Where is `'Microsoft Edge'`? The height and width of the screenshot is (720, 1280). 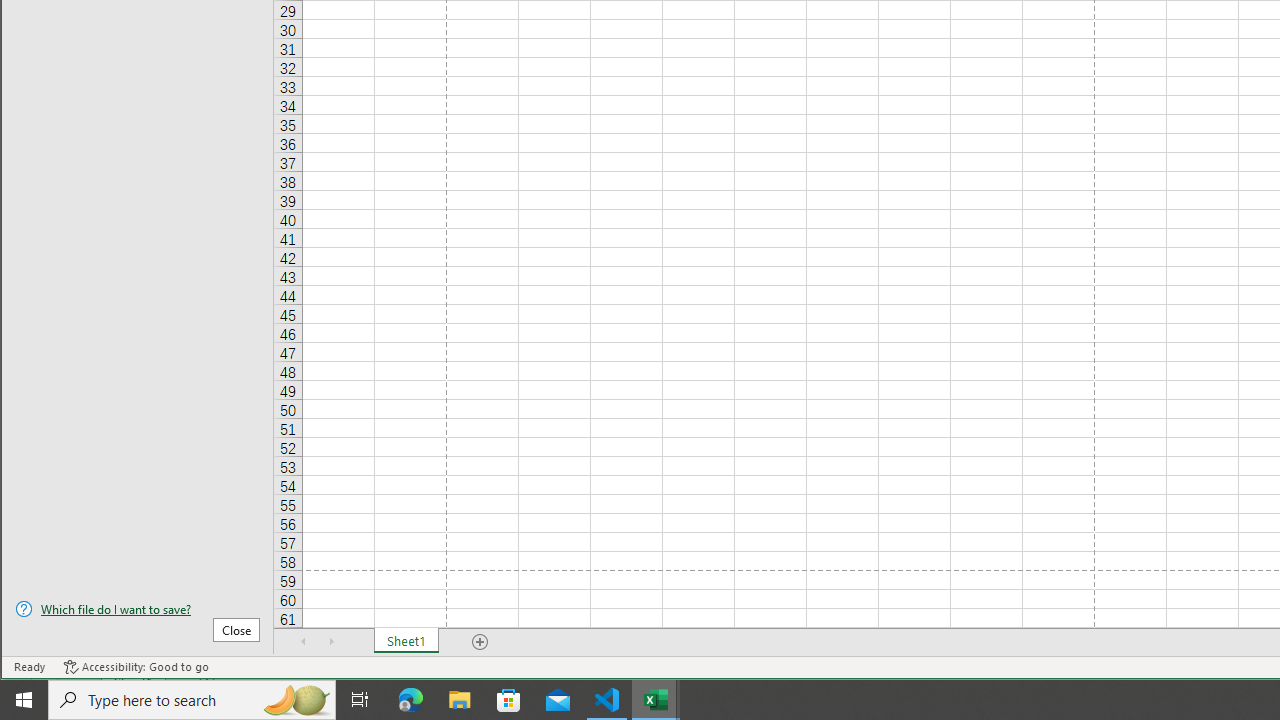
'Microsoft Edge' is located at coordinates (410, 698).